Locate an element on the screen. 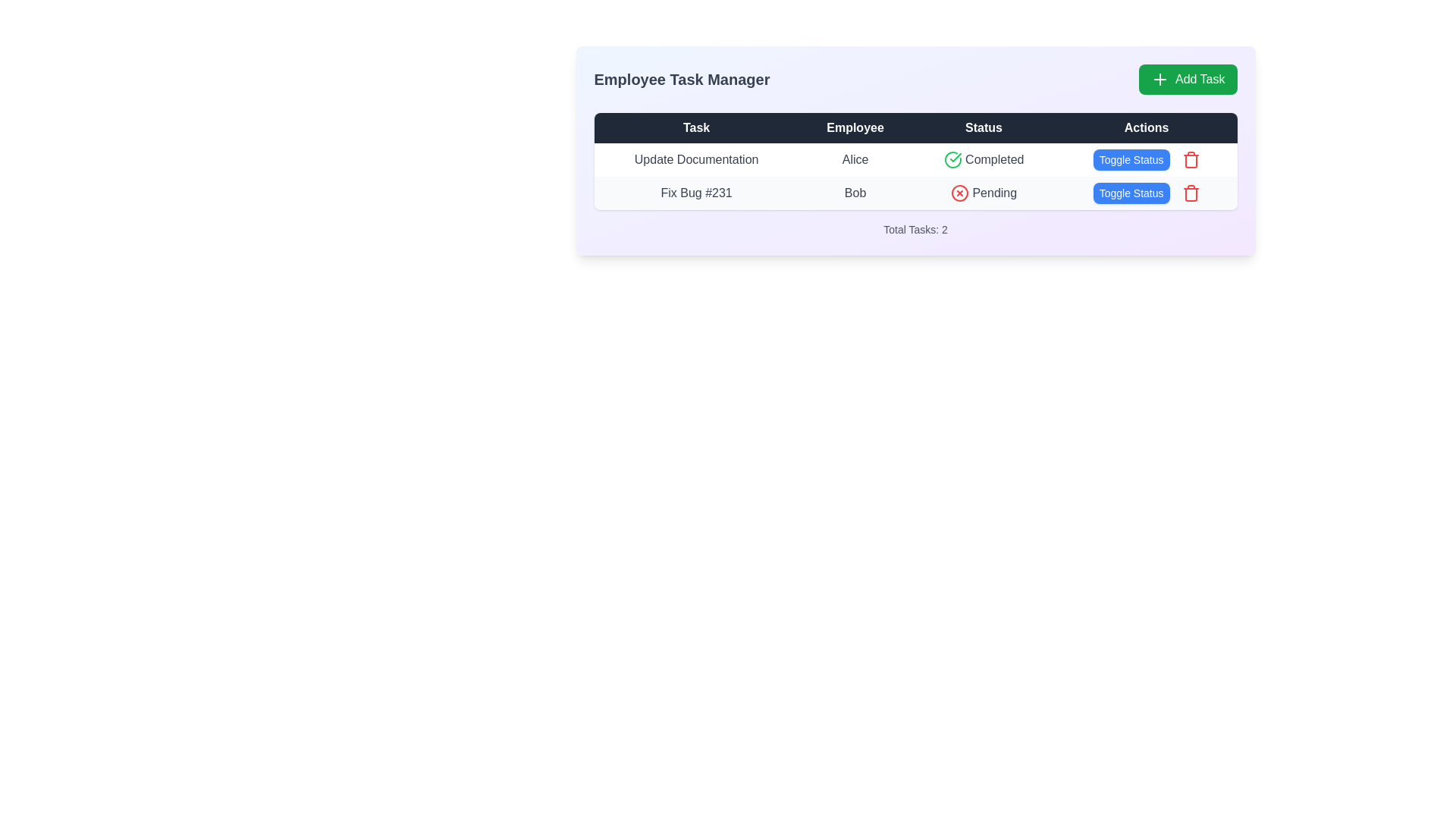 The image size is (1456, 819). the Status indicator displaying 'Completed' with a green check icon, located in the third column of the first row under the 'Status' header is located at coordinates (984, 160).